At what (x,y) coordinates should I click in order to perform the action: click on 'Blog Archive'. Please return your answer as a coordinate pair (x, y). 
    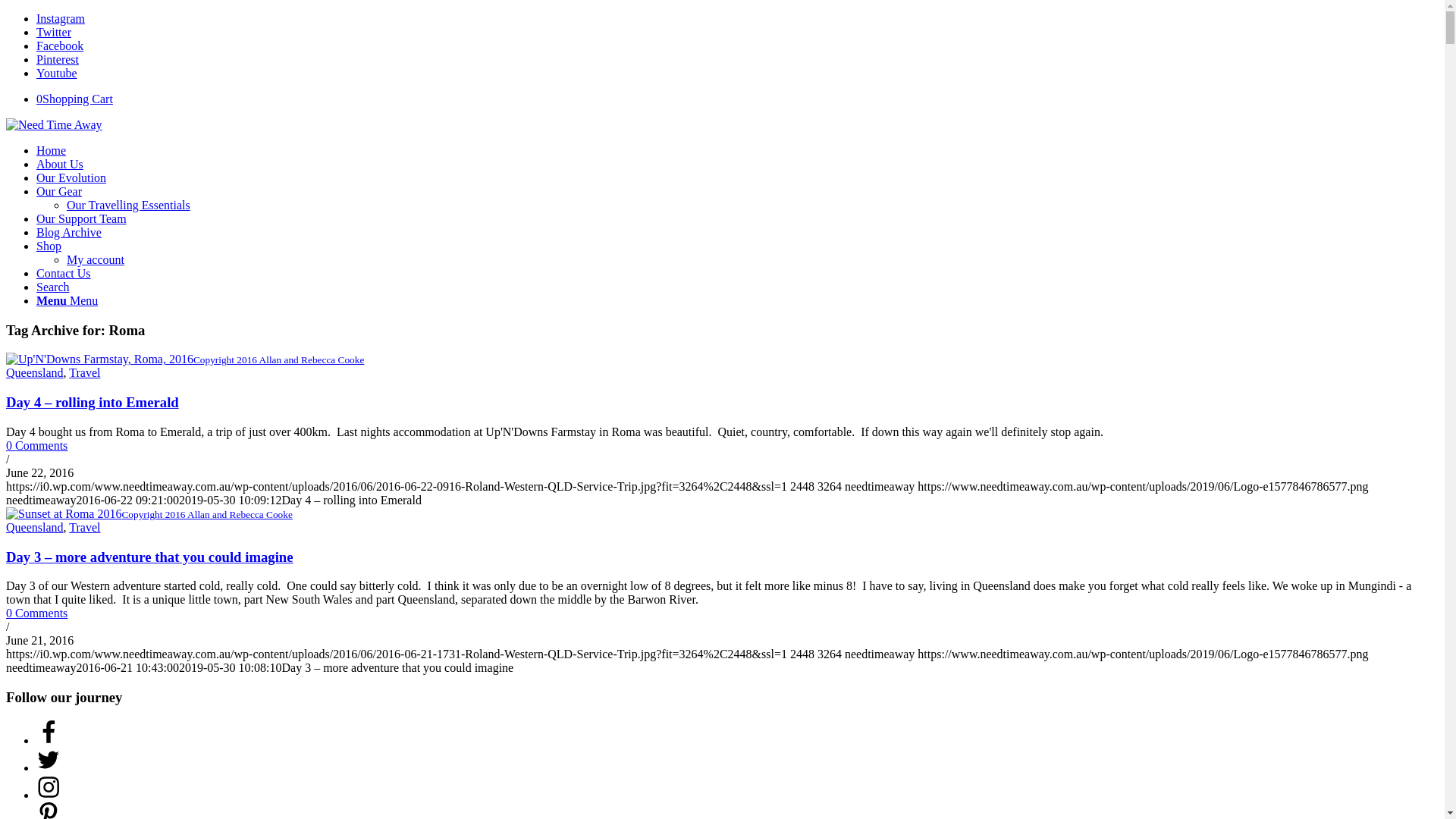
    Looking at the image, I should click on (68, 232).